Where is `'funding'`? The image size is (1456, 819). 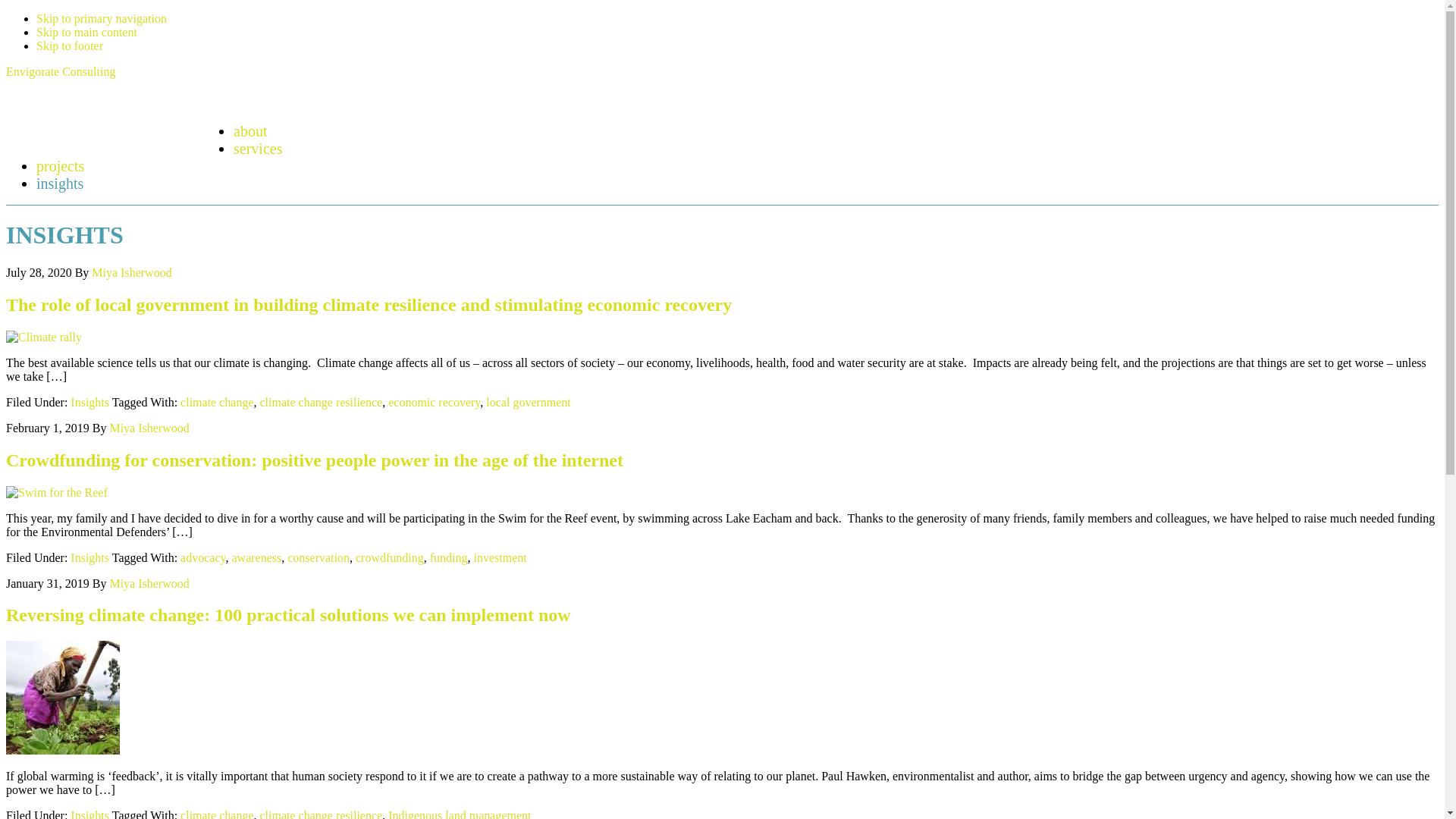 'funding' is located at coordinates (447, 557).